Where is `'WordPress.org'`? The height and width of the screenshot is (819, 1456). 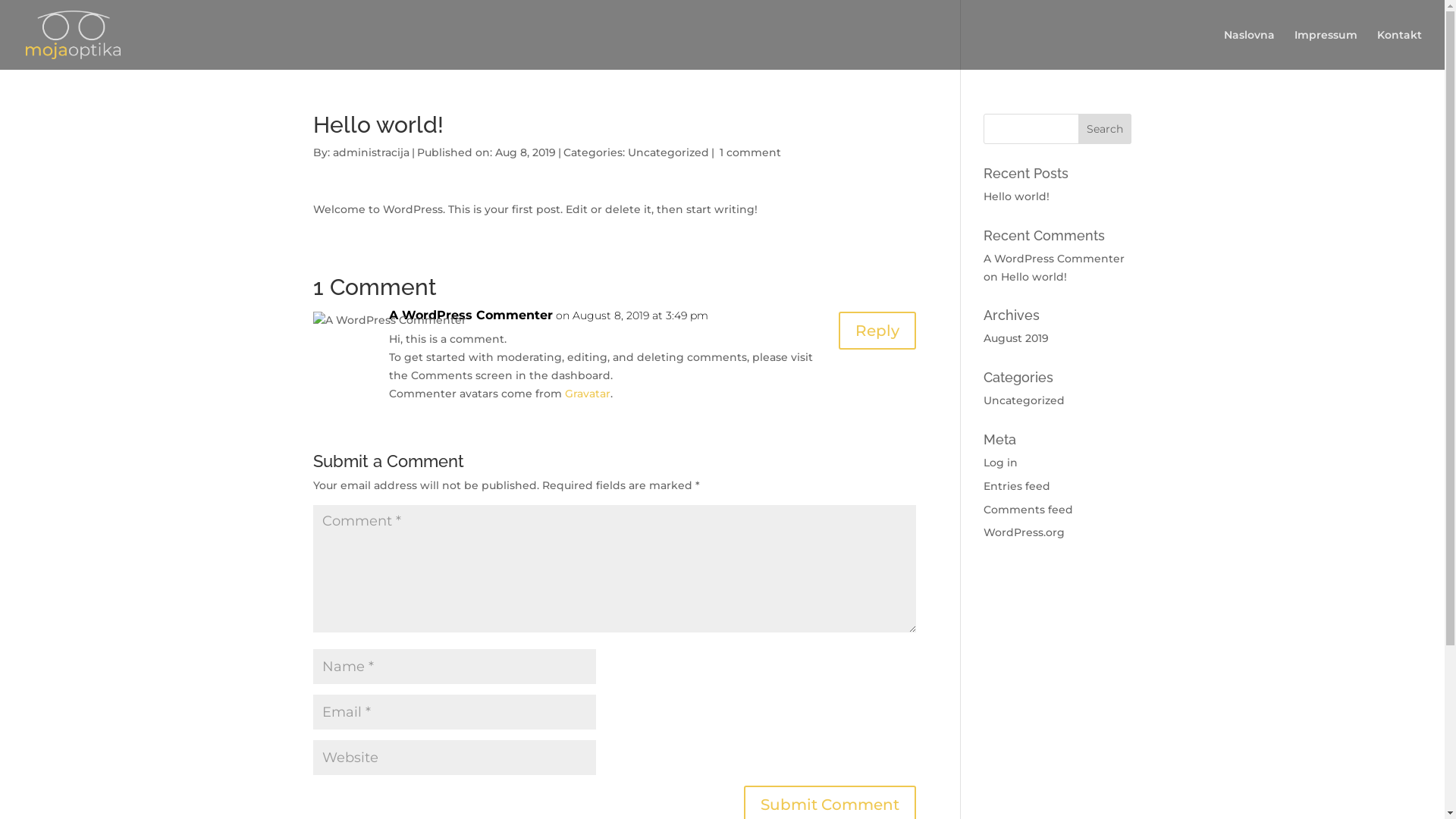 'WordPress.org' is located at coordinates (1024, 532).